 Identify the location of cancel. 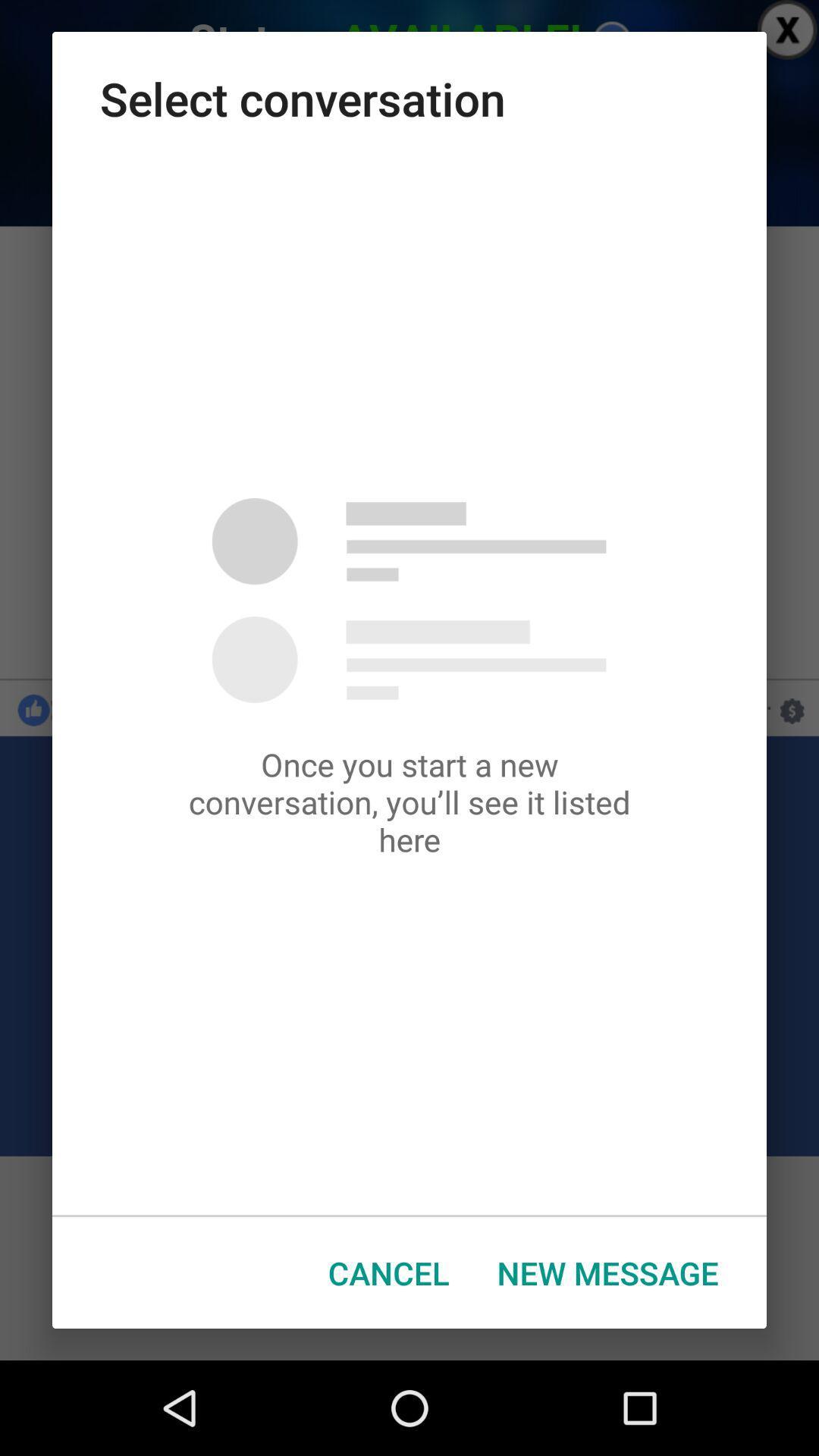
(388, 1272).